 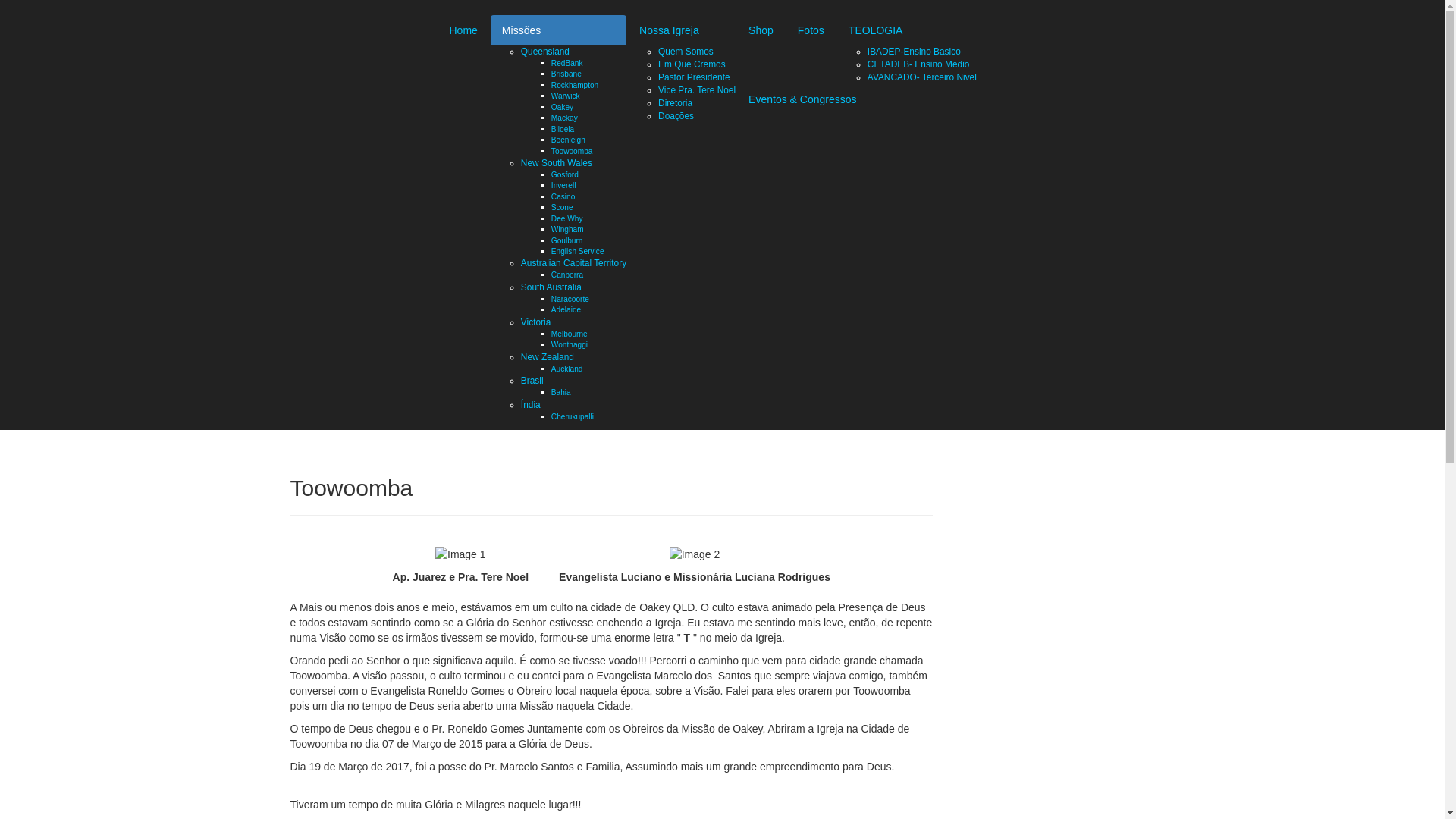 I want to click on 'New South Wales', so click(x=556, y=163).